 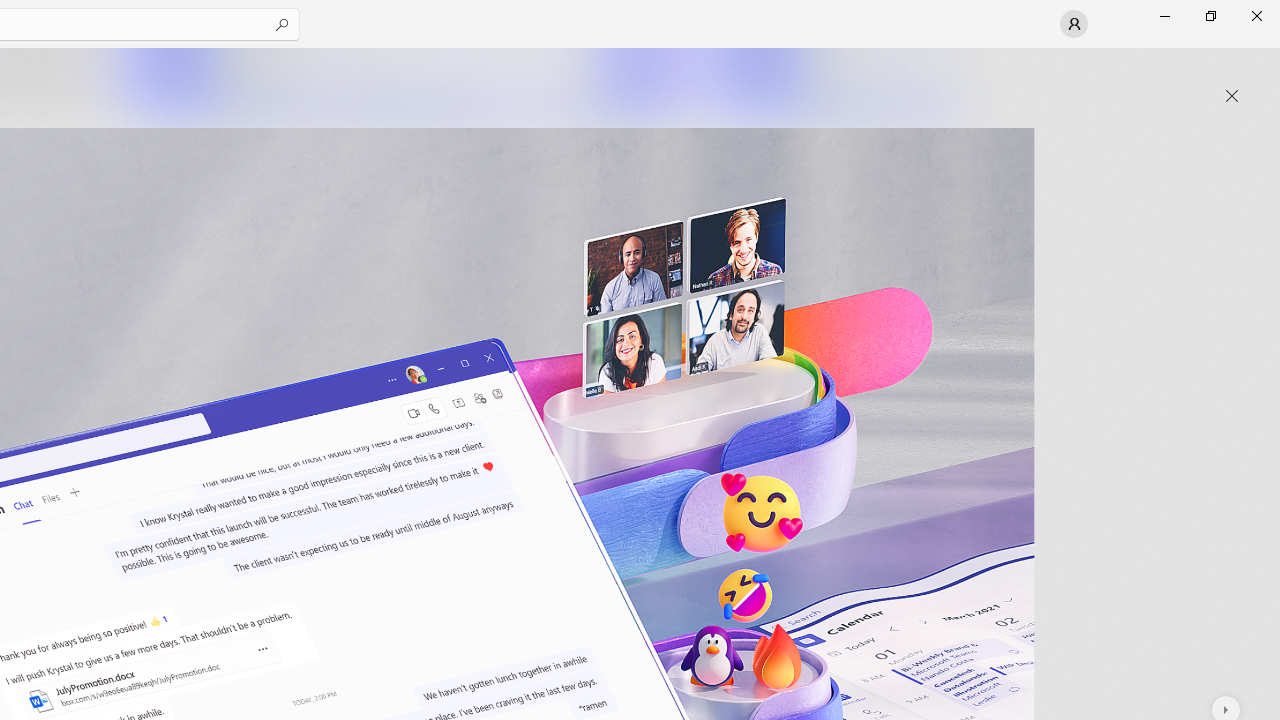 What do you see at coordinates (1231, 96) in the screenshot?
I see `'close popup window'` at bounding box center [1231, 96].